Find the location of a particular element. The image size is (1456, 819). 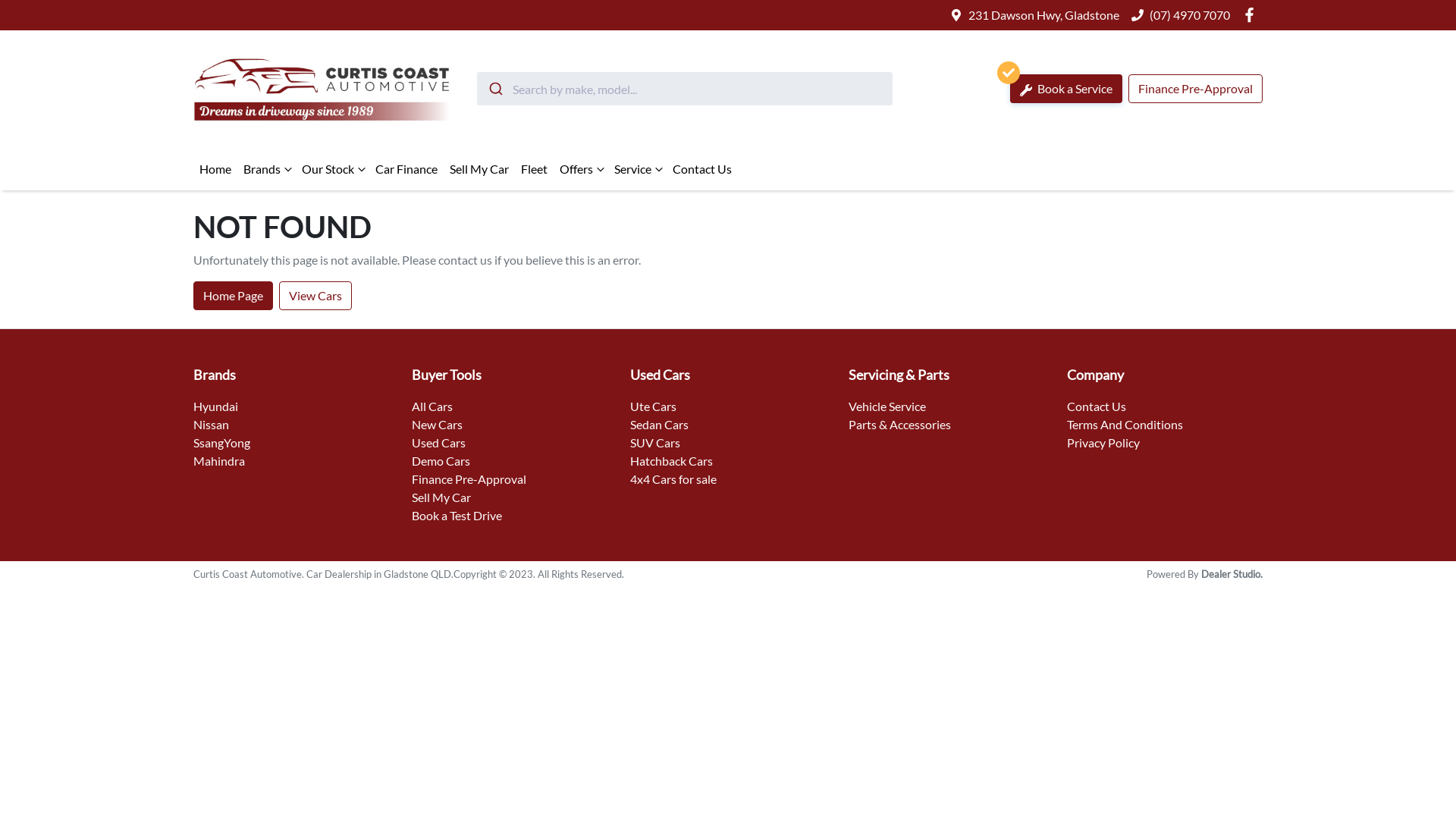

'Hatchback Cars' is located at coordinates (670, 460).